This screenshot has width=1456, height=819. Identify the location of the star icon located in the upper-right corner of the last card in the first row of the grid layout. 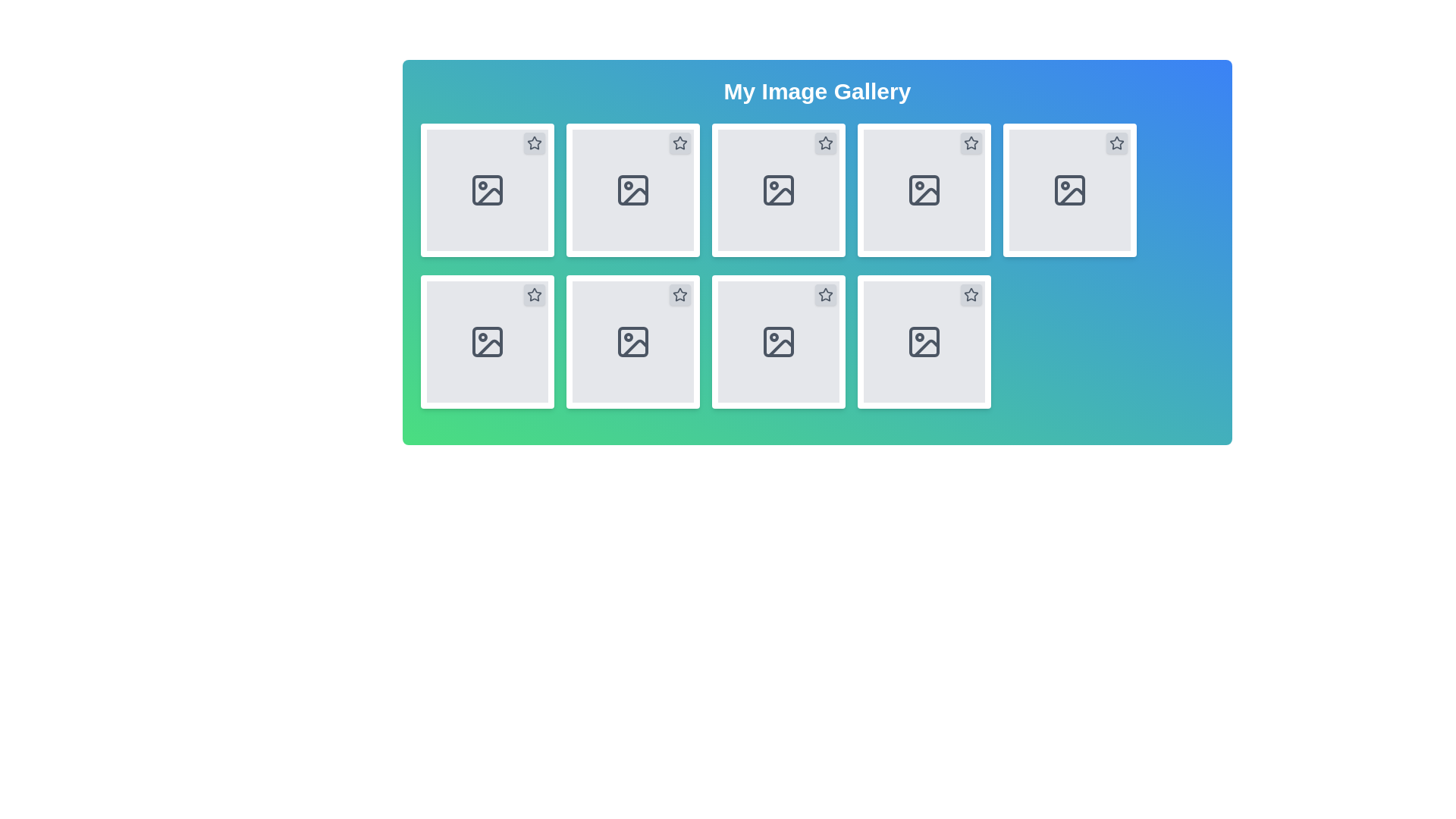
(971, 143).